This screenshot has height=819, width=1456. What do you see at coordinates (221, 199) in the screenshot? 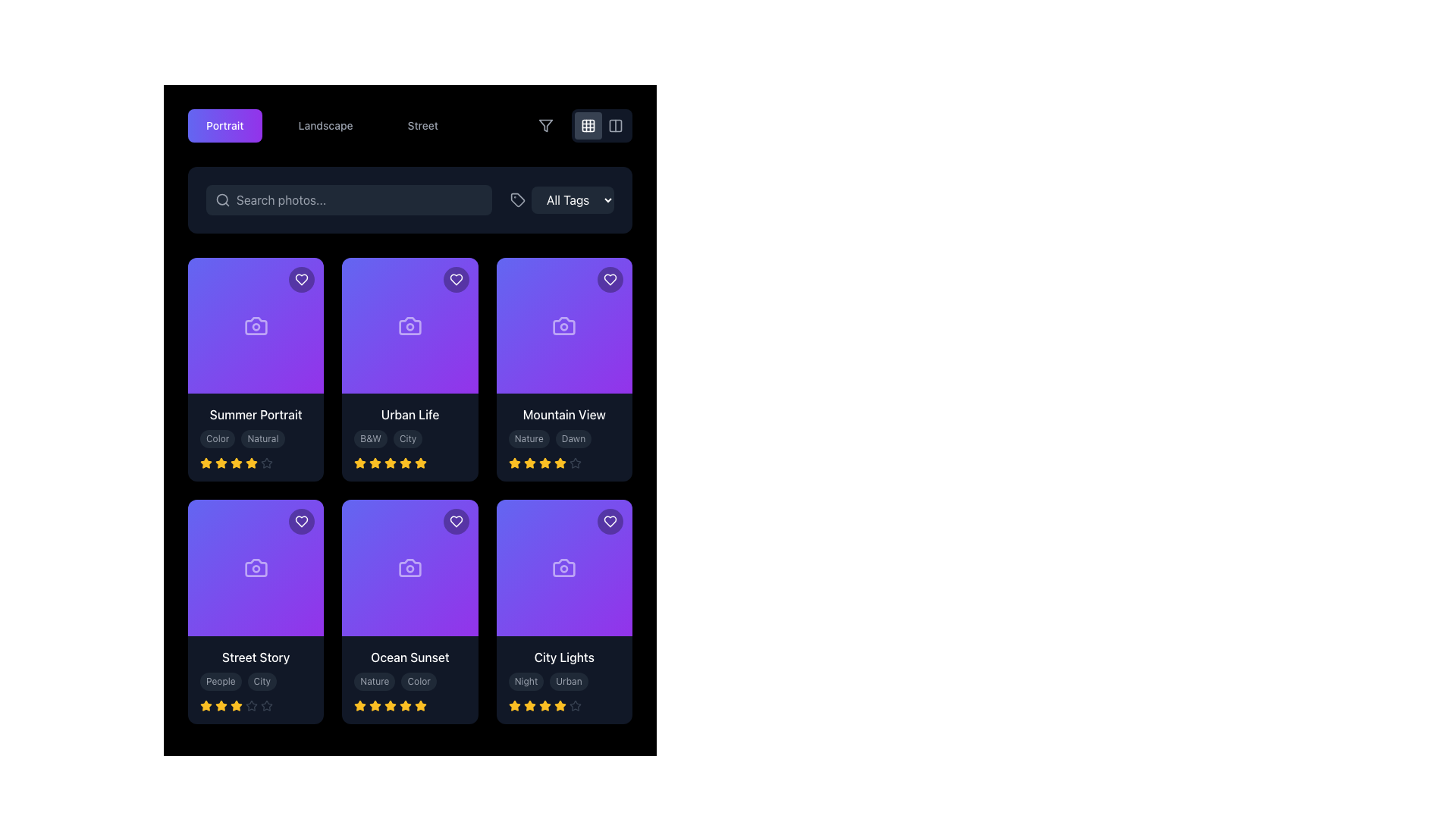
I see `the decorative SVG shape within the search icon located in the top bar of the interface, which is part of the input box labeled 'Search photos...'` at bounding box center [221, 199].